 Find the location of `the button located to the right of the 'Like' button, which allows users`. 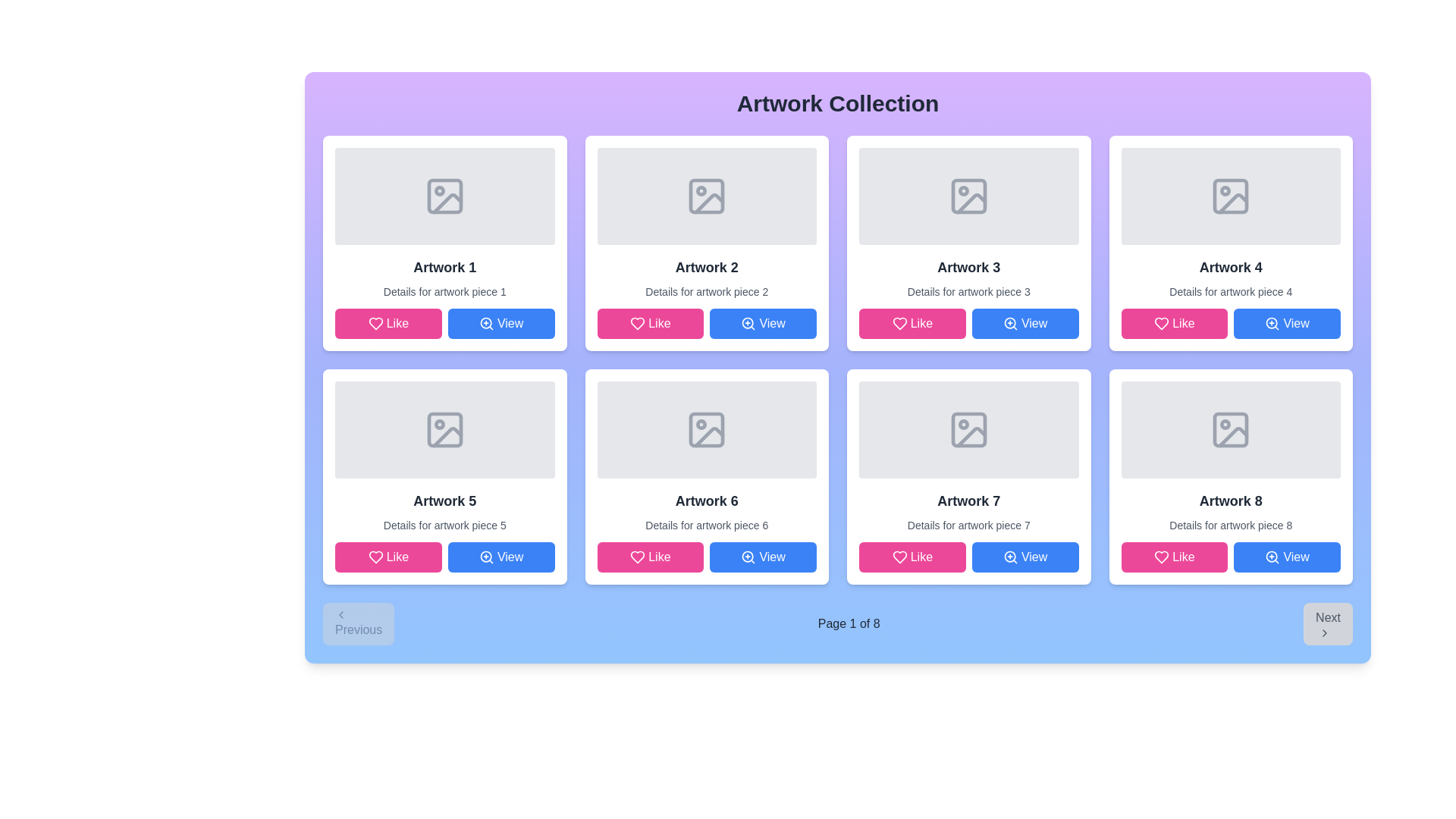

the button located to the right of the 'Like' button, which allows users is located at coordinates (501, 323).